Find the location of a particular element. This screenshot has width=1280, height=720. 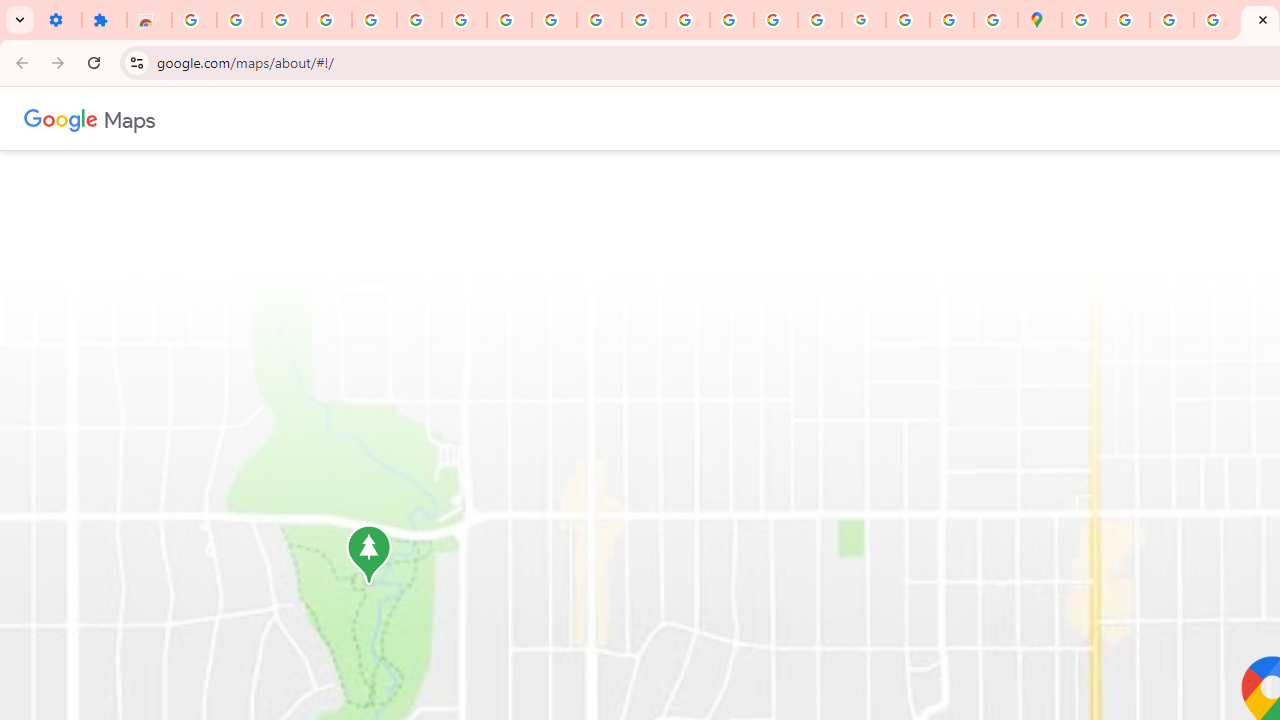

'Maps' is located at coordinates (128, 118).